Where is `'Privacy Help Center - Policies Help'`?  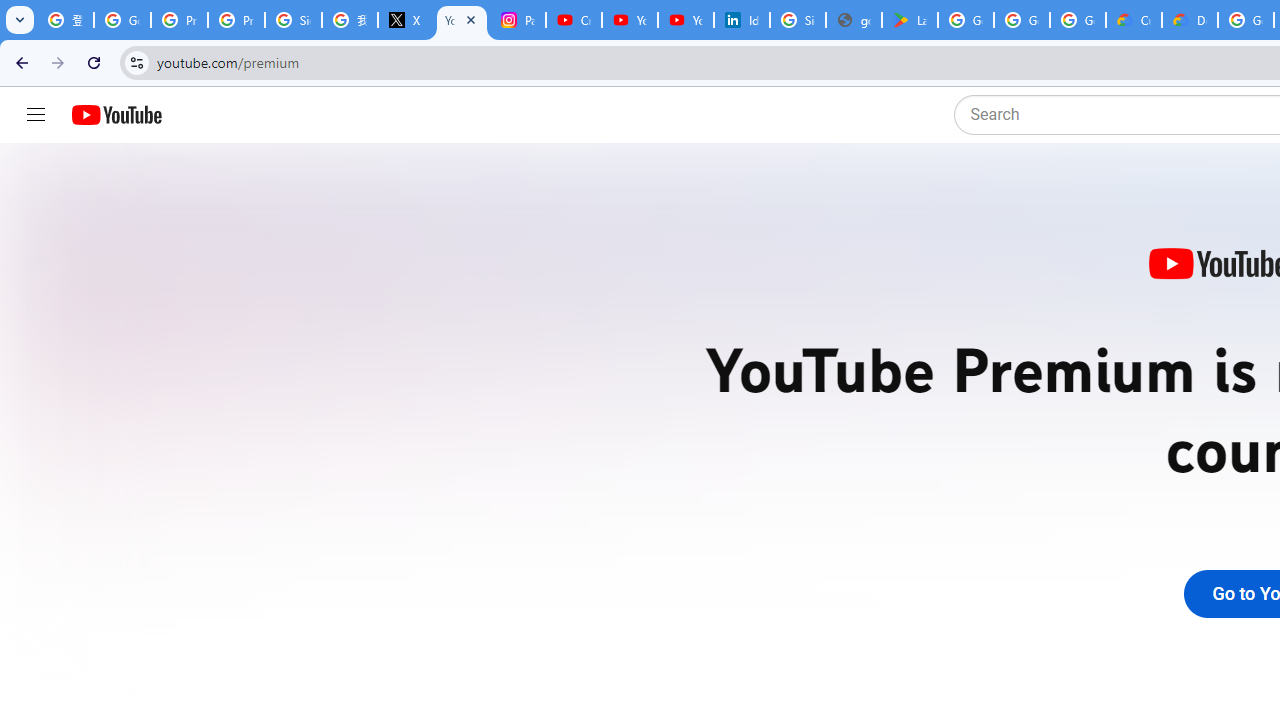
'Privacy Help Center - Policies Help' is located at coordinates (236, 20).